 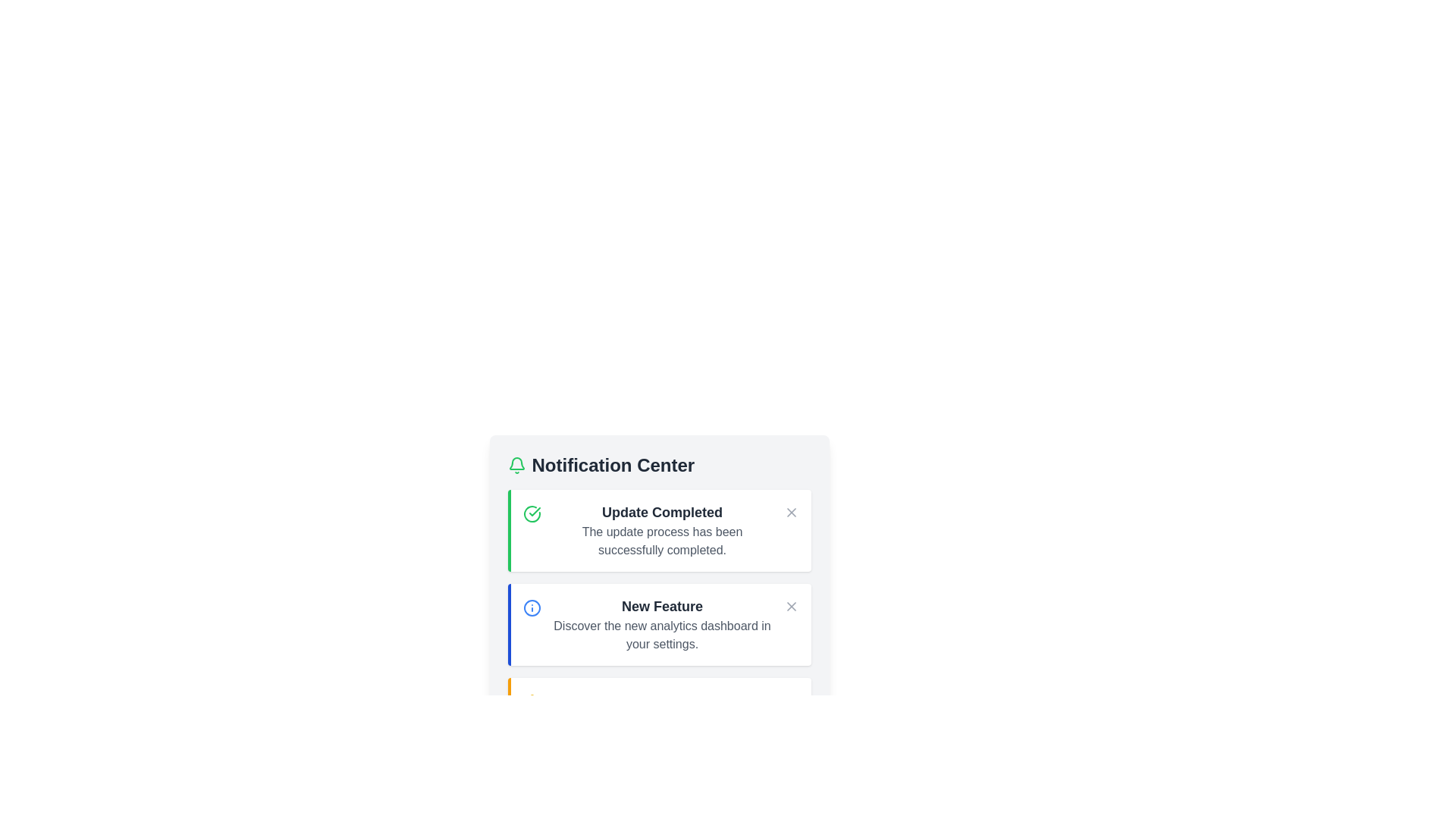 I want to click on the circular blue icon located to the left of the title text in the 'New Feature' notification card within the 'Notification Center', so click(x=532, y=607).